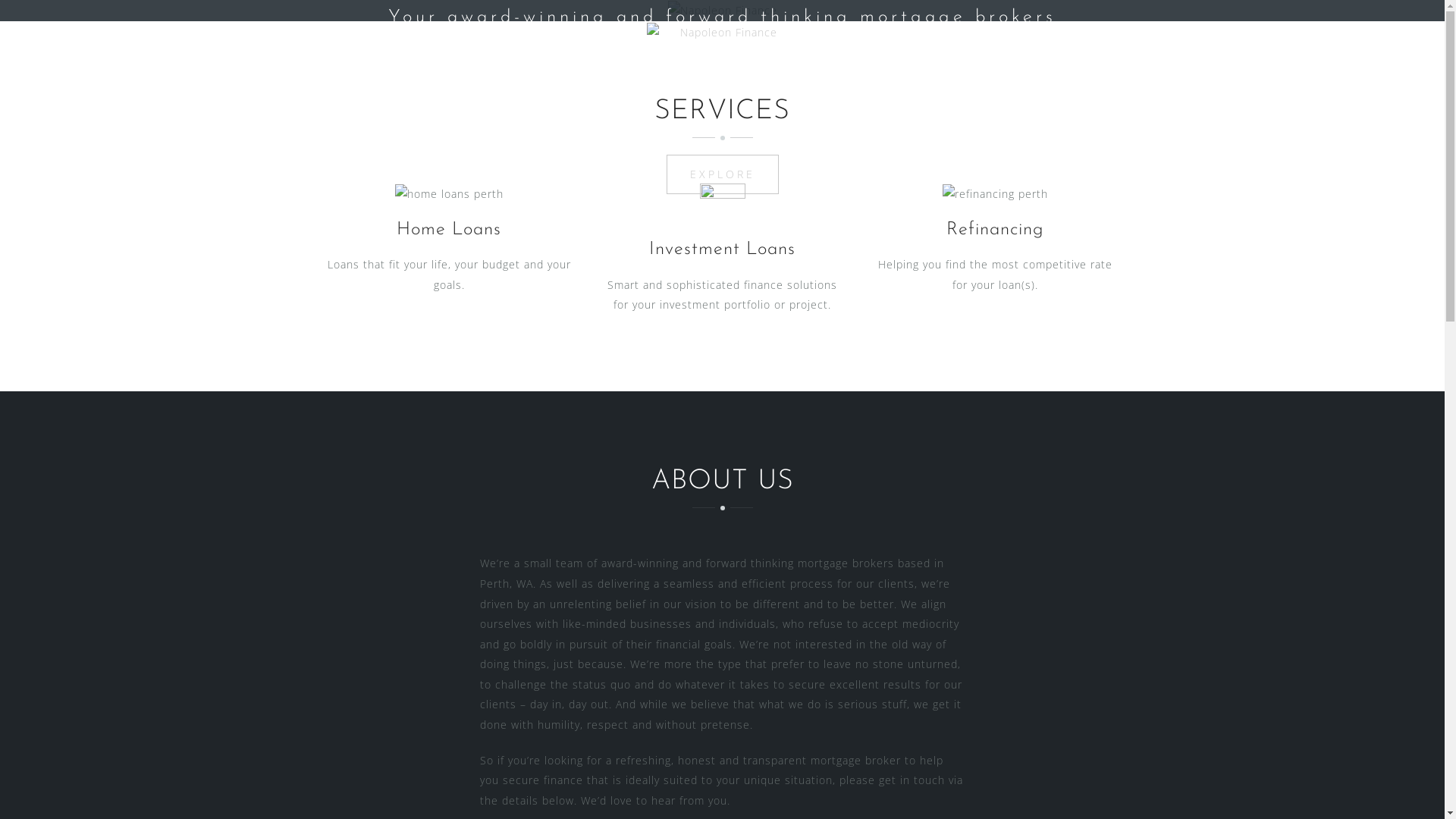 The width and height of the screenshot is (1456, 819). I want to click on 'Contact Us', so click(846, 79).